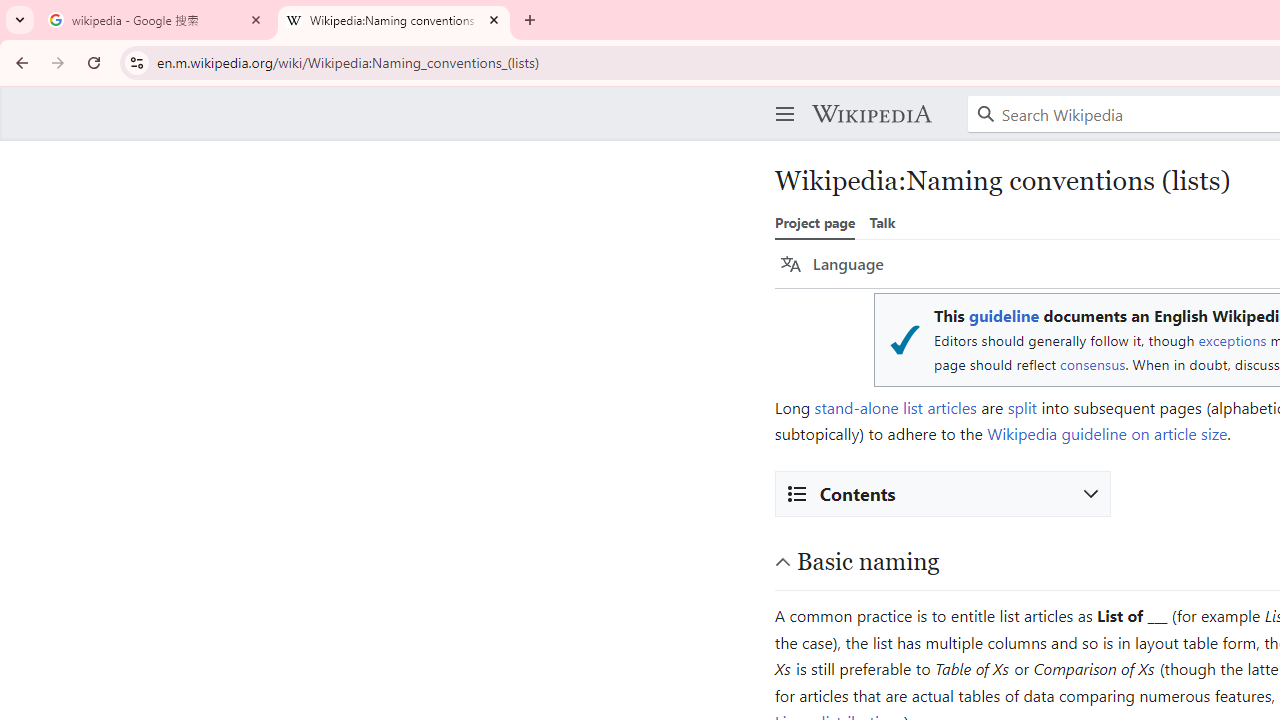  I want to click on 'AutomationID: main-menu-input', so click(780, 98).